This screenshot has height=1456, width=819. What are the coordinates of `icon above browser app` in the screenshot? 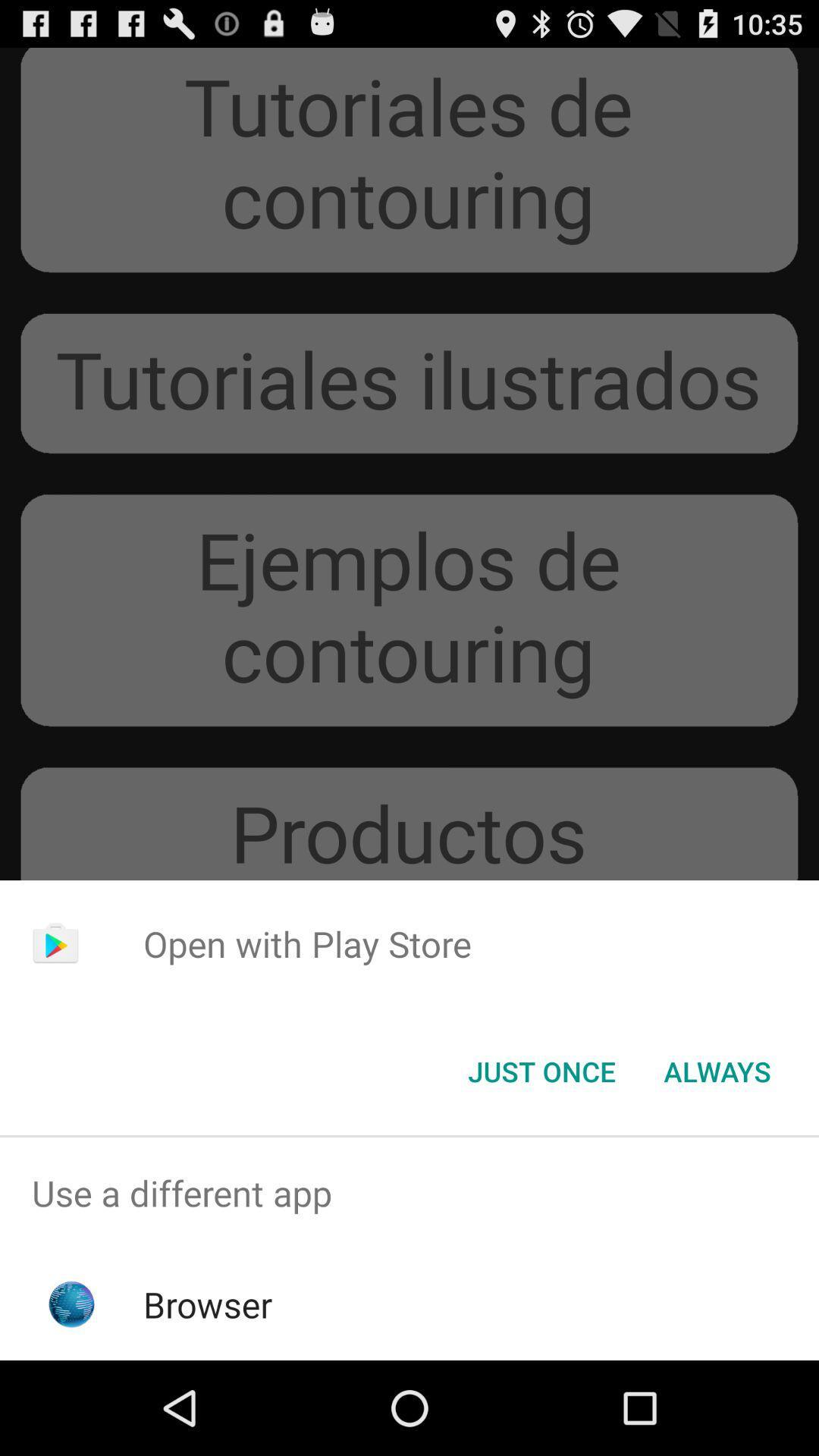 It's located at (409, 1192).